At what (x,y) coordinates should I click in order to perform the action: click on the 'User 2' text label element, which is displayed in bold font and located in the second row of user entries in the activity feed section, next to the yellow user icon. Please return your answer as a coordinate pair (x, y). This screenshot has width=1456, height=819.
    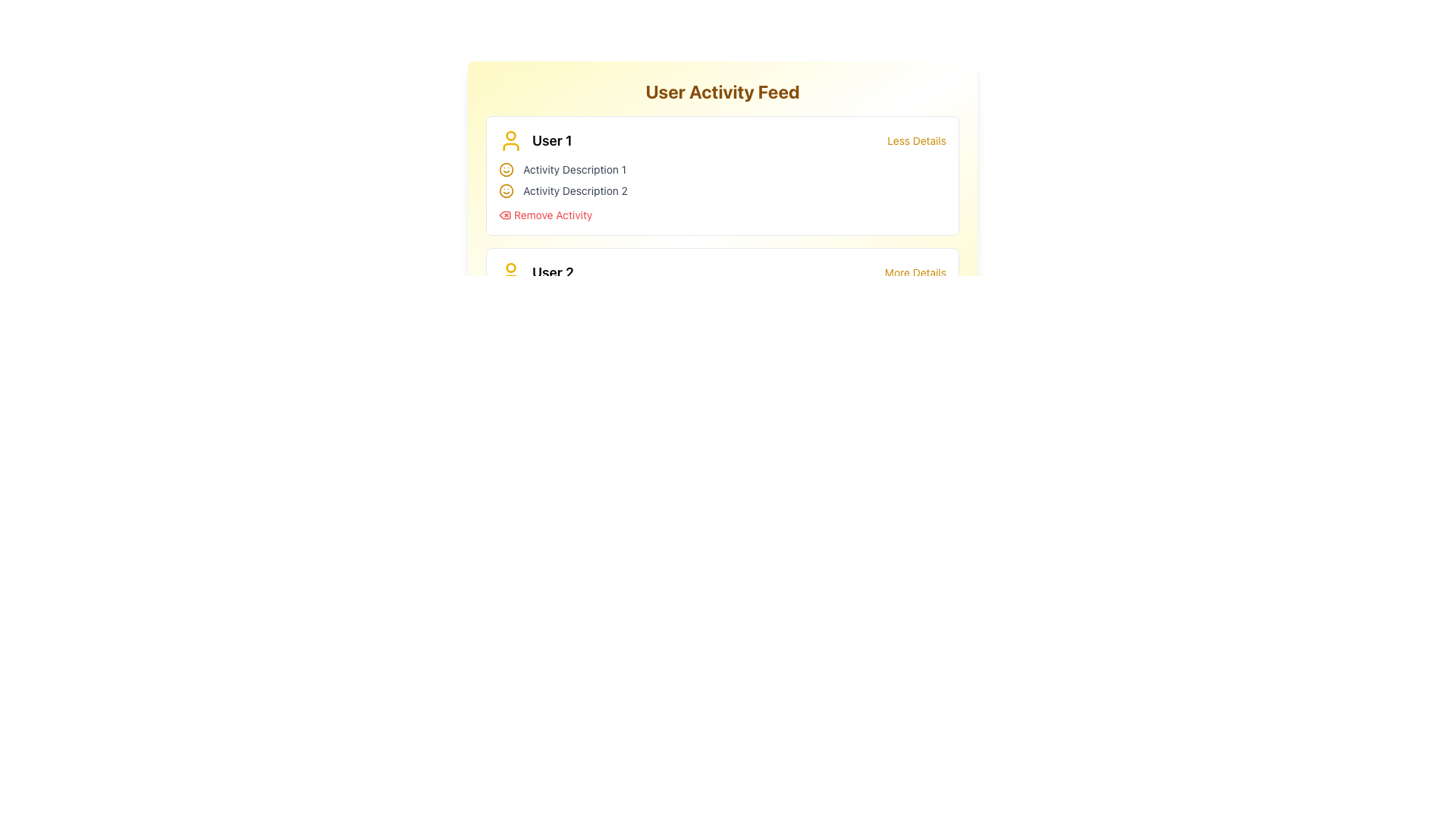
    Looking at the image, I should click on (552, 271).